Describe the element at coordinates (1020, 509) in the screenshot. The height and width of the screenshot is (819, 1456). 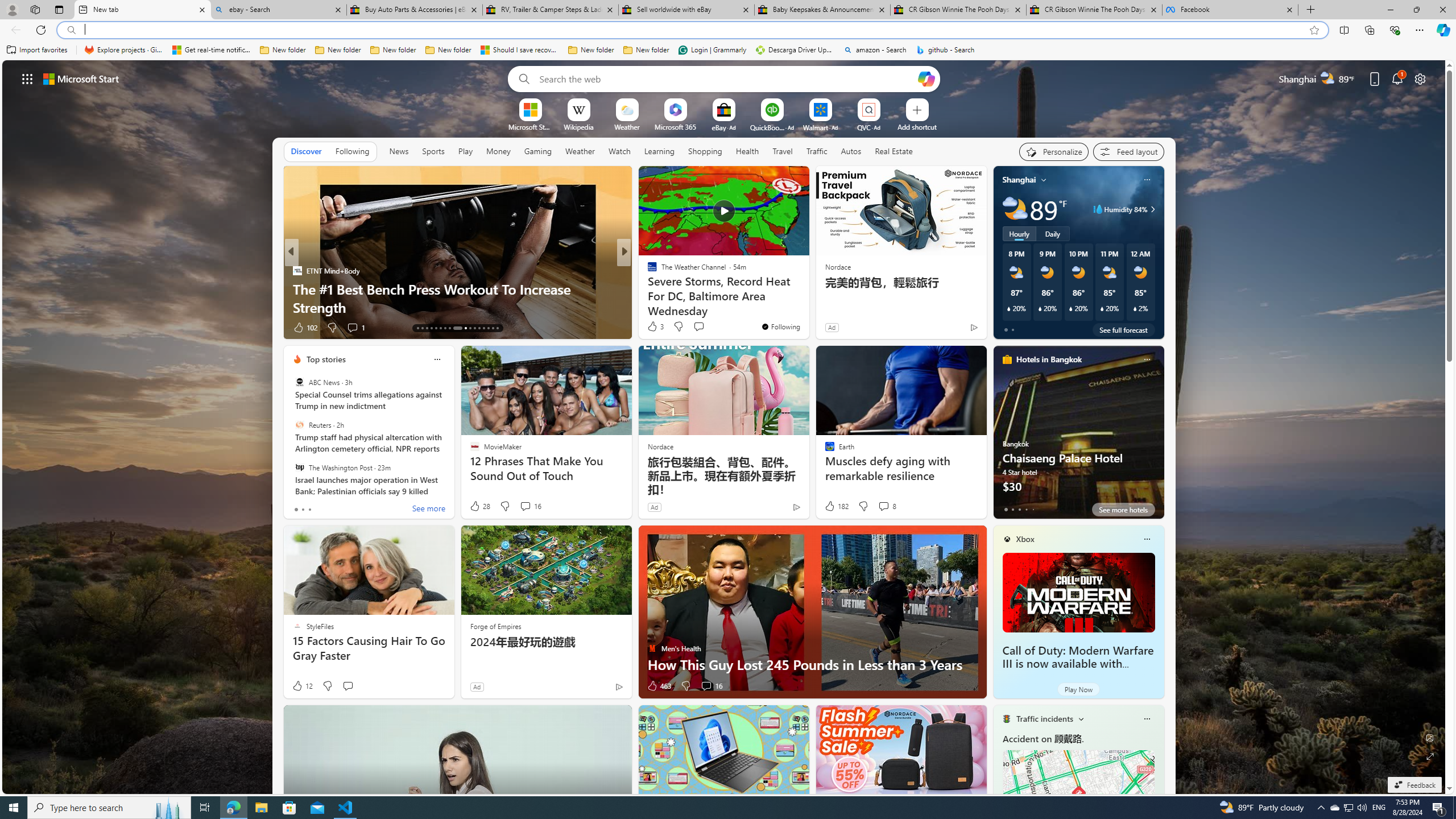
I see `'tab-2'` at that location.